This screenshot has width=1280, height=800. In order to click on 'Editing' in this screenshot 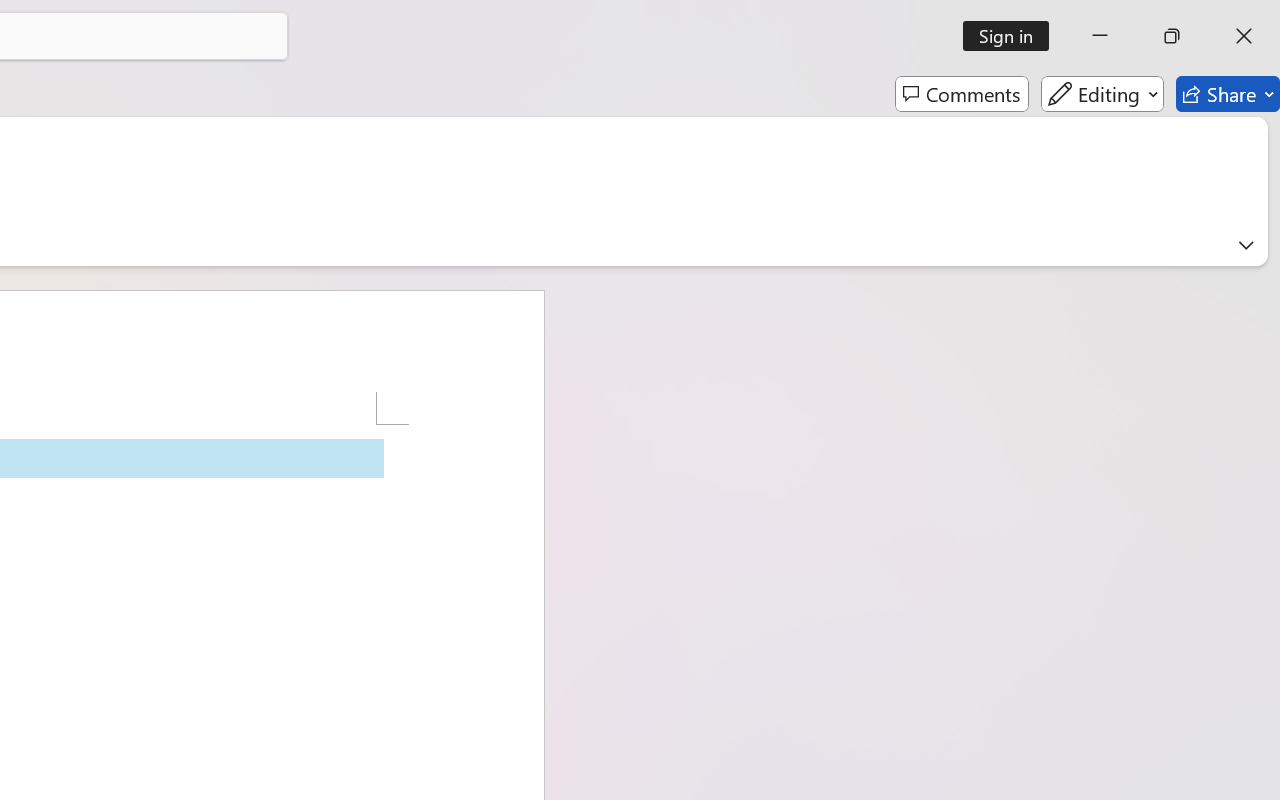, I will do `click(1101, 94)`.